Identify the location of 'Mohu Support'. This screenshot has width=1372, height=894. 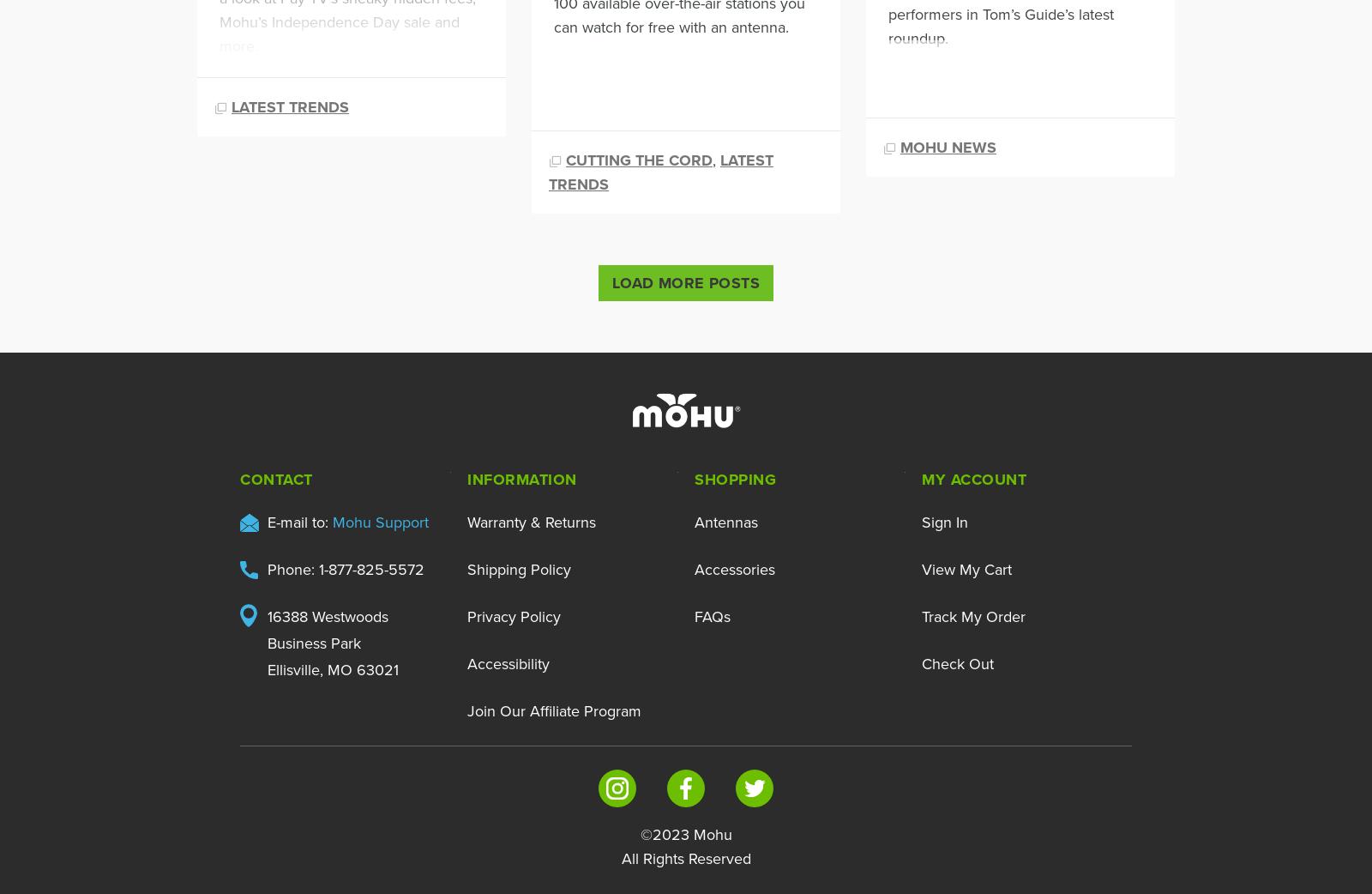
(380, 521).